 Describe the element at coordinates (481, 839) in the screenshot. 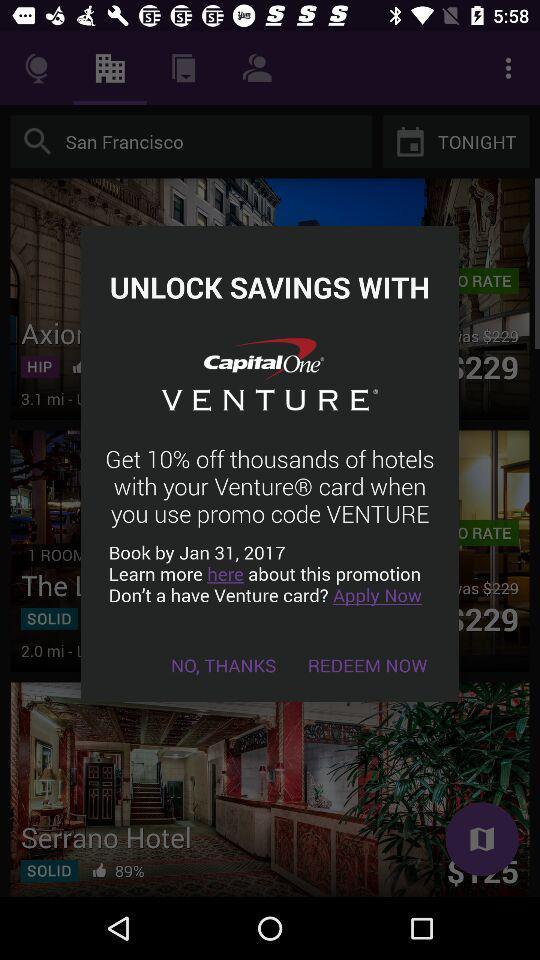

I see `the book icon` at that location.